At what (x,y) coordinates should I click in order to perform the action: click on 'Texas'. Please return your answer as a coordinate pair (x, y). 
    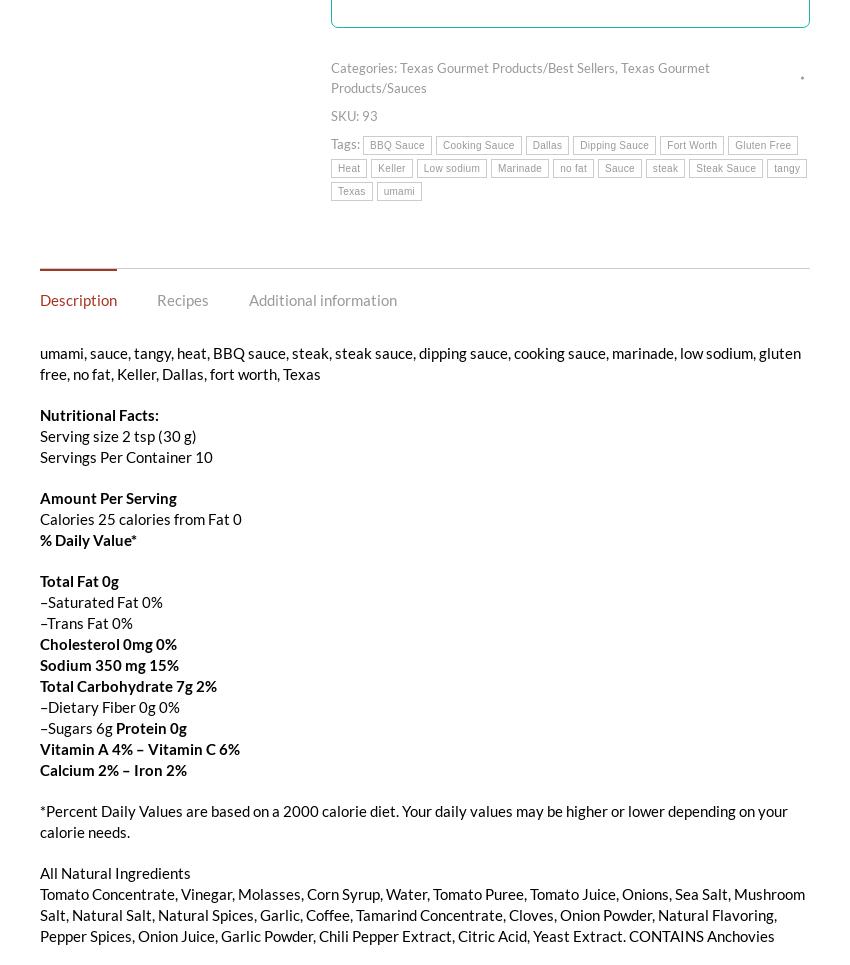
    Looking at the image, I should click on (337, 190).